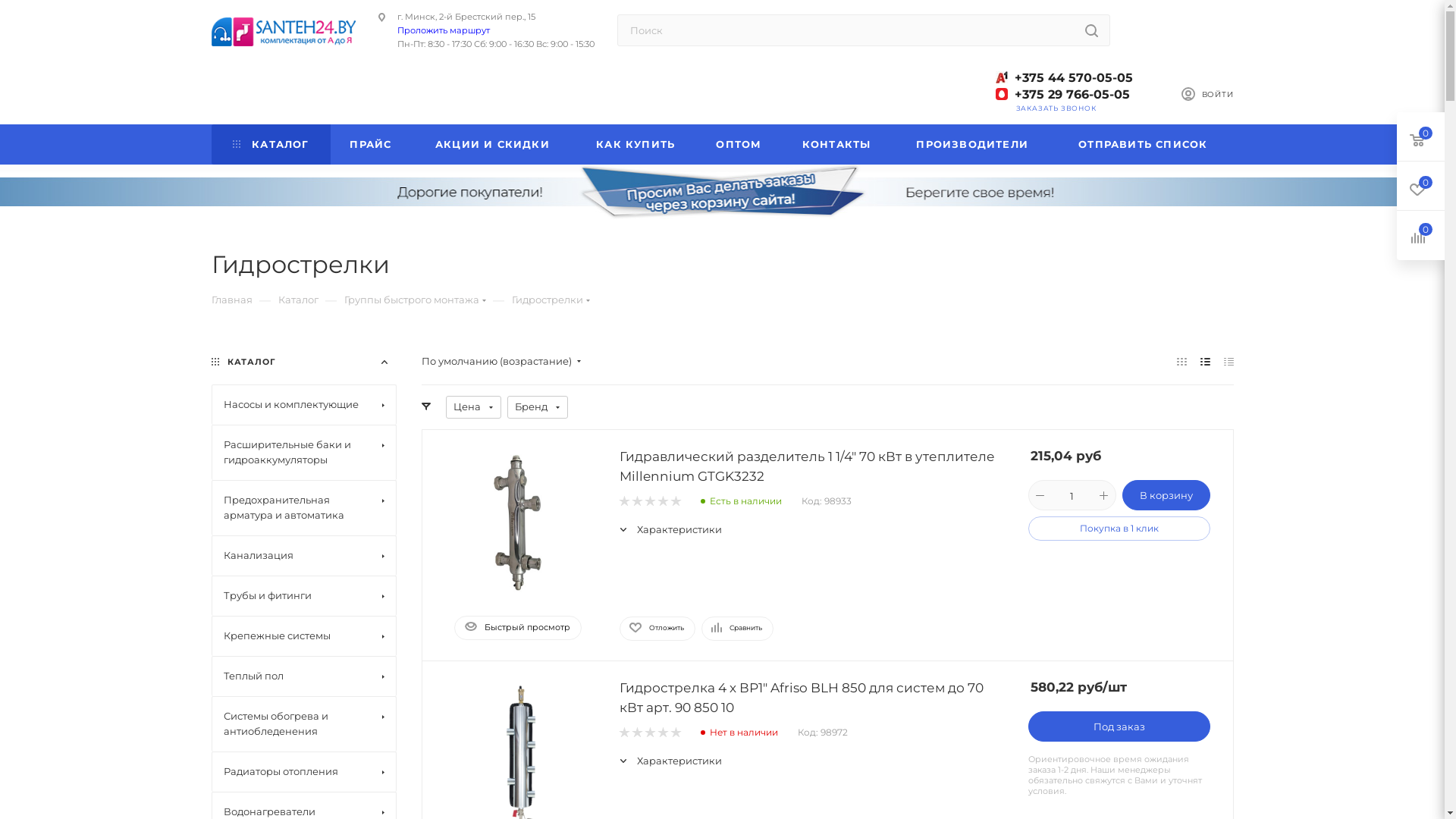 This screenshot has height=819, width=1456. Describe the element at coordinates (637, 501) in the screenshot. I see `'2'` at that location.